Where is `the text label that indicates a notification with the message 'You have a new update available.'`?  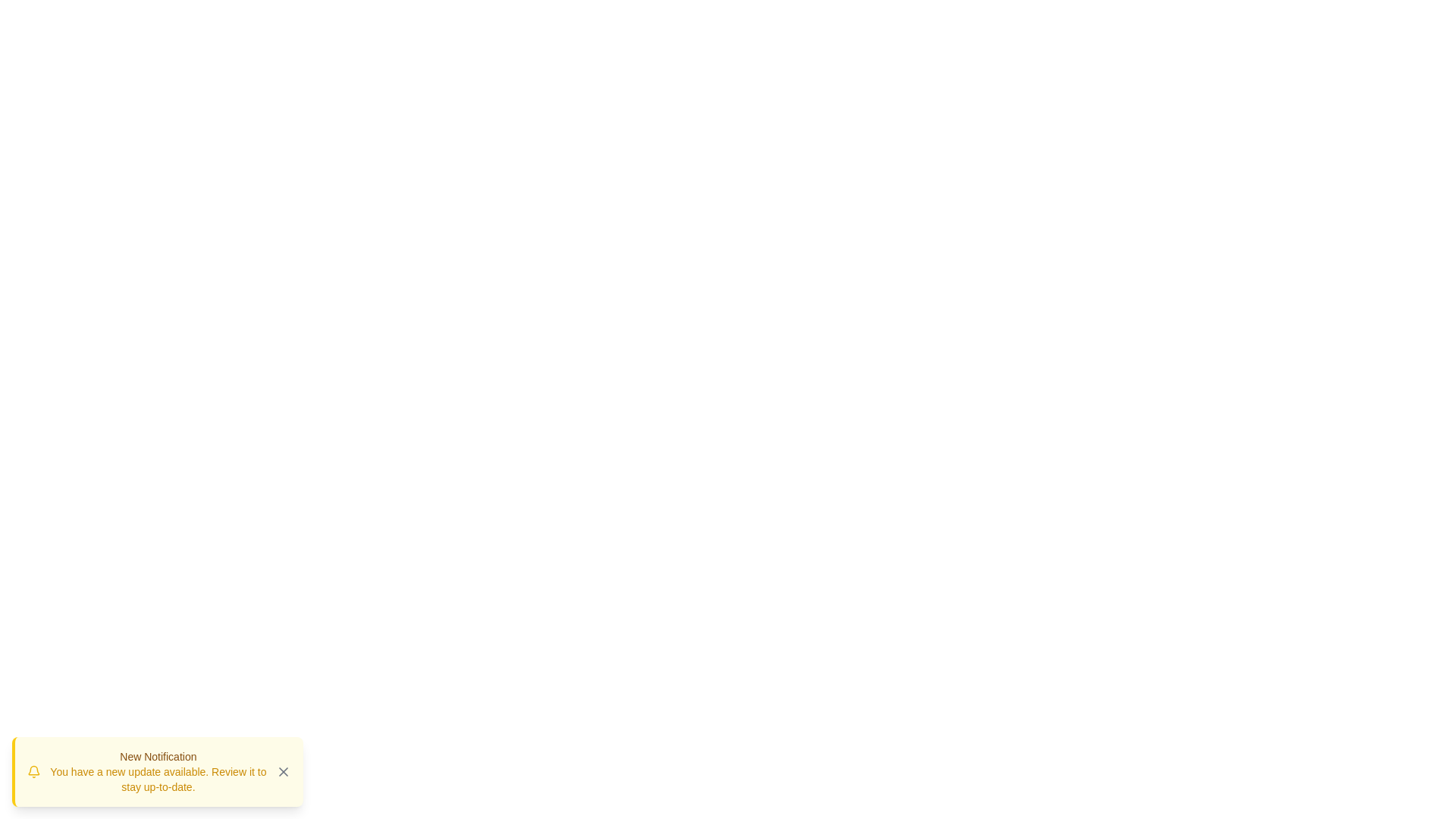 the text label that indicates a notification with the message 'You have a new update available.' is located at coordinates (158, 780).